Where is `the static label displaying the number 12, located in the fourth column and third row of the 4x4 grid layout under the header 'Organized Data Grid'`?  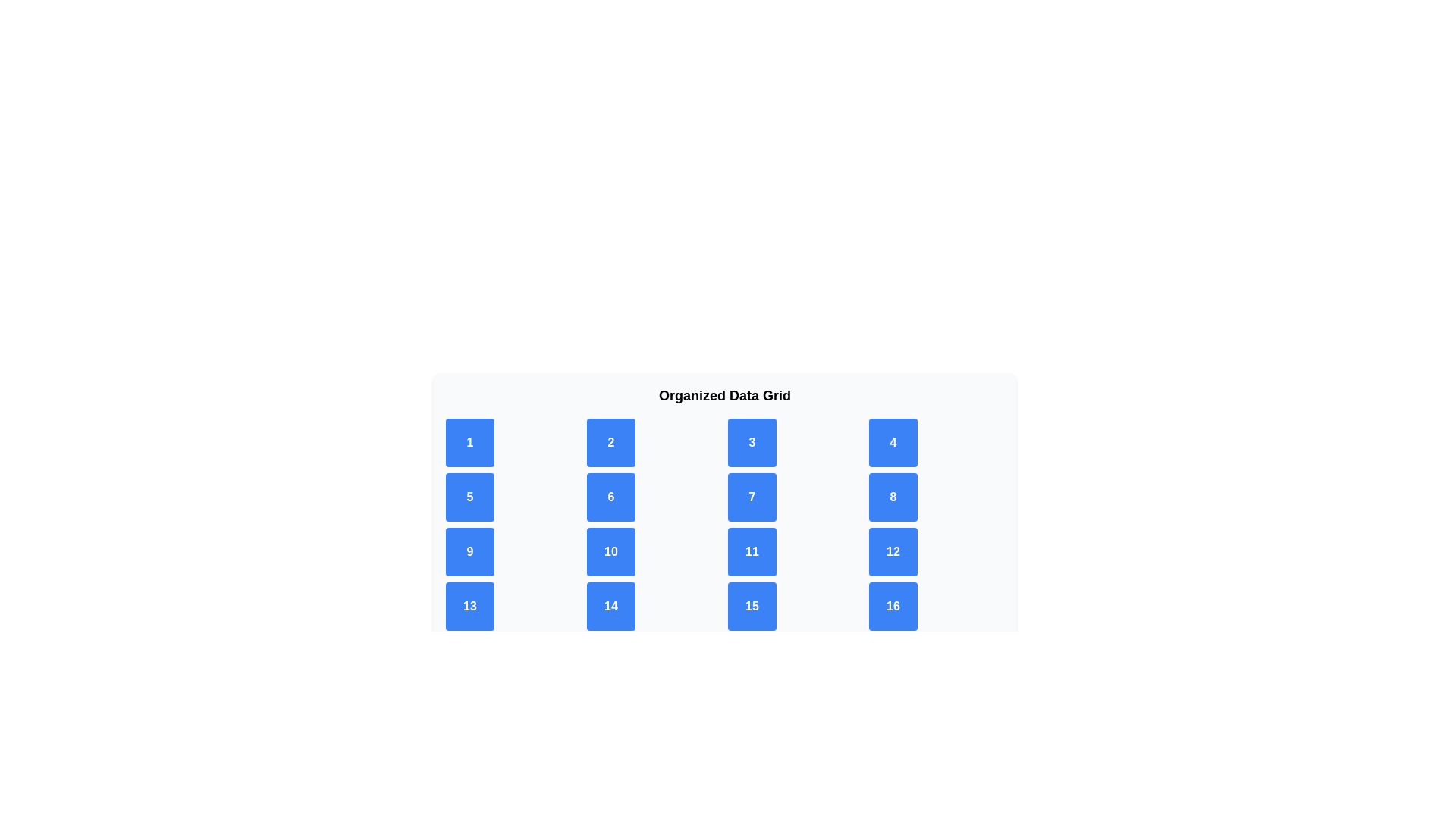 the static label displaying the number 12, located in the fourth column and third row of the 4x4 grid layout under the header 'Organized Data Grid' is located at coordinates (893, 552).